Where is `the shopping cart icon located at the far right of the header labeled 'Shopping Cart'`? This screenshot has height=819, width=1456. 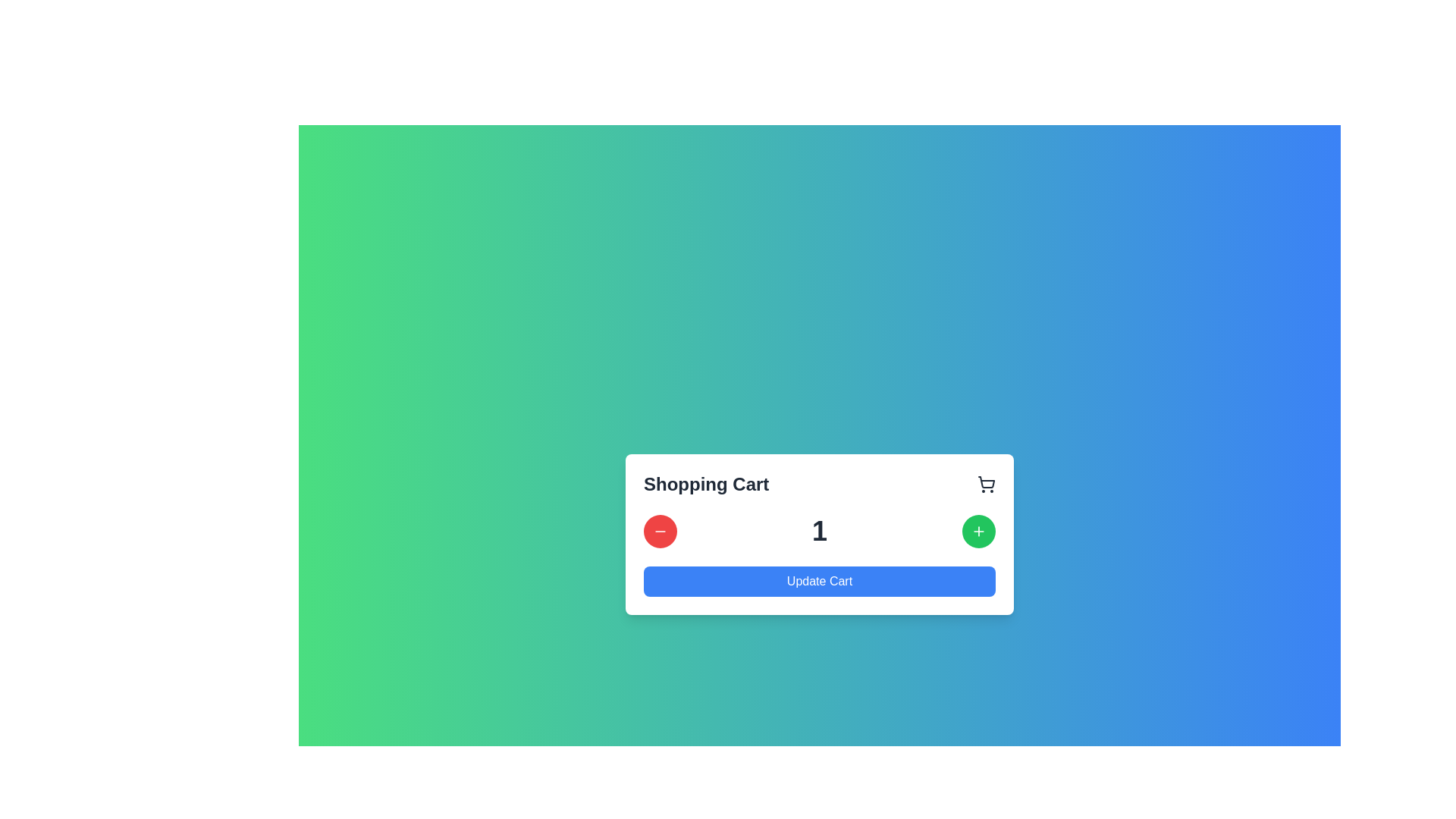 the shopping cart icon located at the far right of the header labeled 'Shopping Cart' is located at coordinates (986, 485).